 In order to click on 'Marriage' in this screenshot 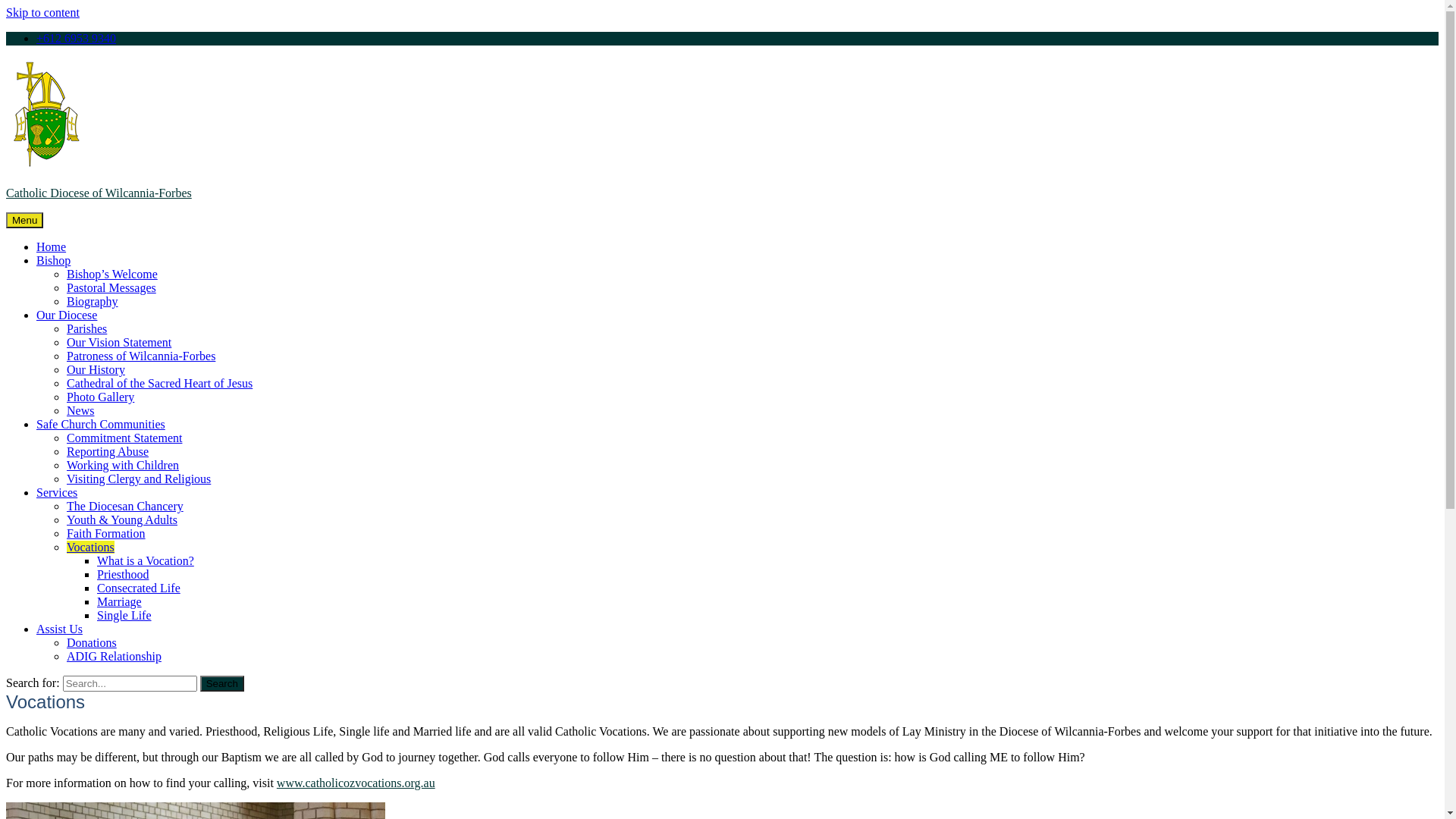, I will do `click(96, 601)`.